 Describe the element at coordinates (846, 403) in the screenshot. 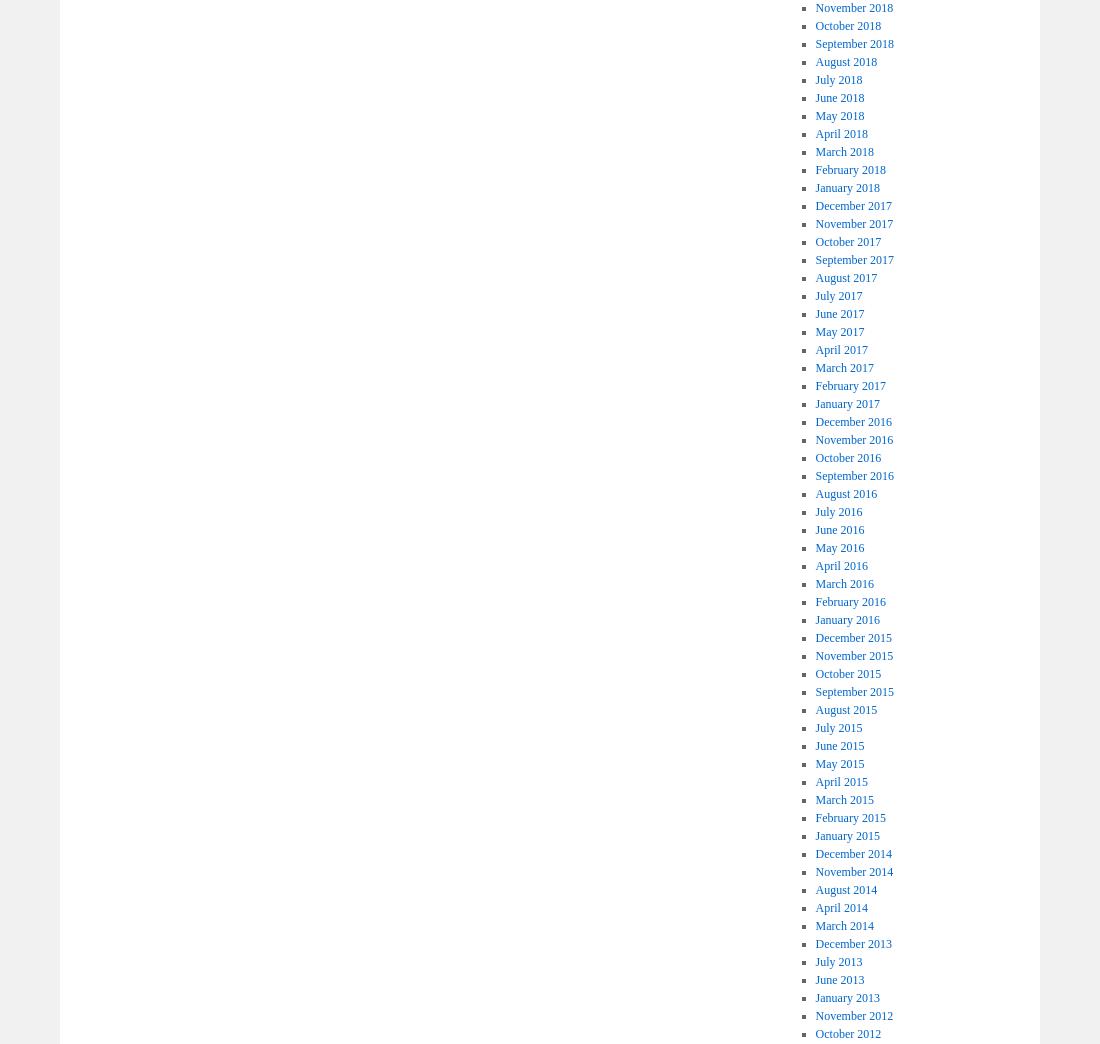

I see `'January 2017'` at that location.